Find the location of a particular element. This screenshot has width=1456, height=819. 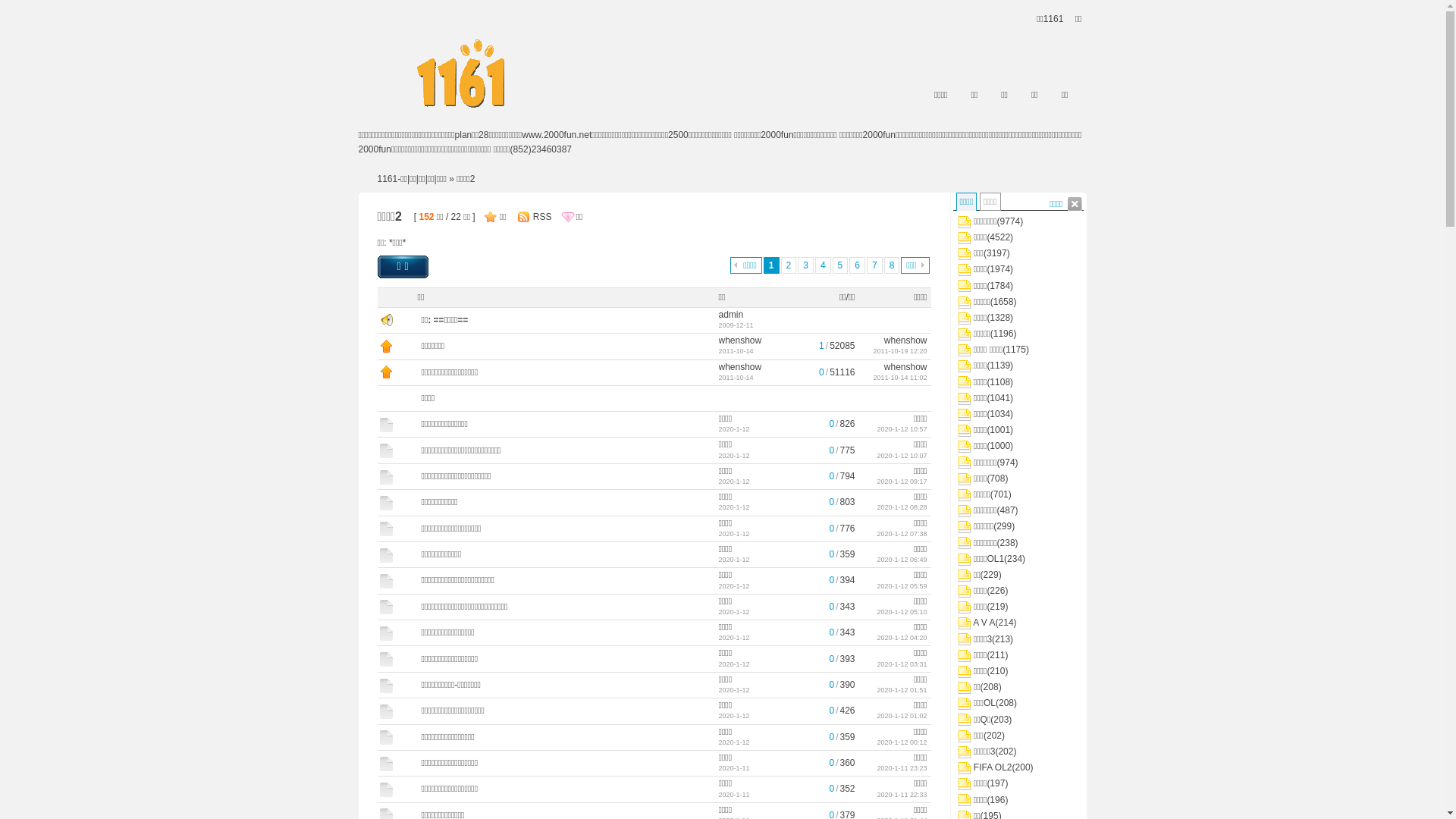

'3' is located at coordinates (796, 265).